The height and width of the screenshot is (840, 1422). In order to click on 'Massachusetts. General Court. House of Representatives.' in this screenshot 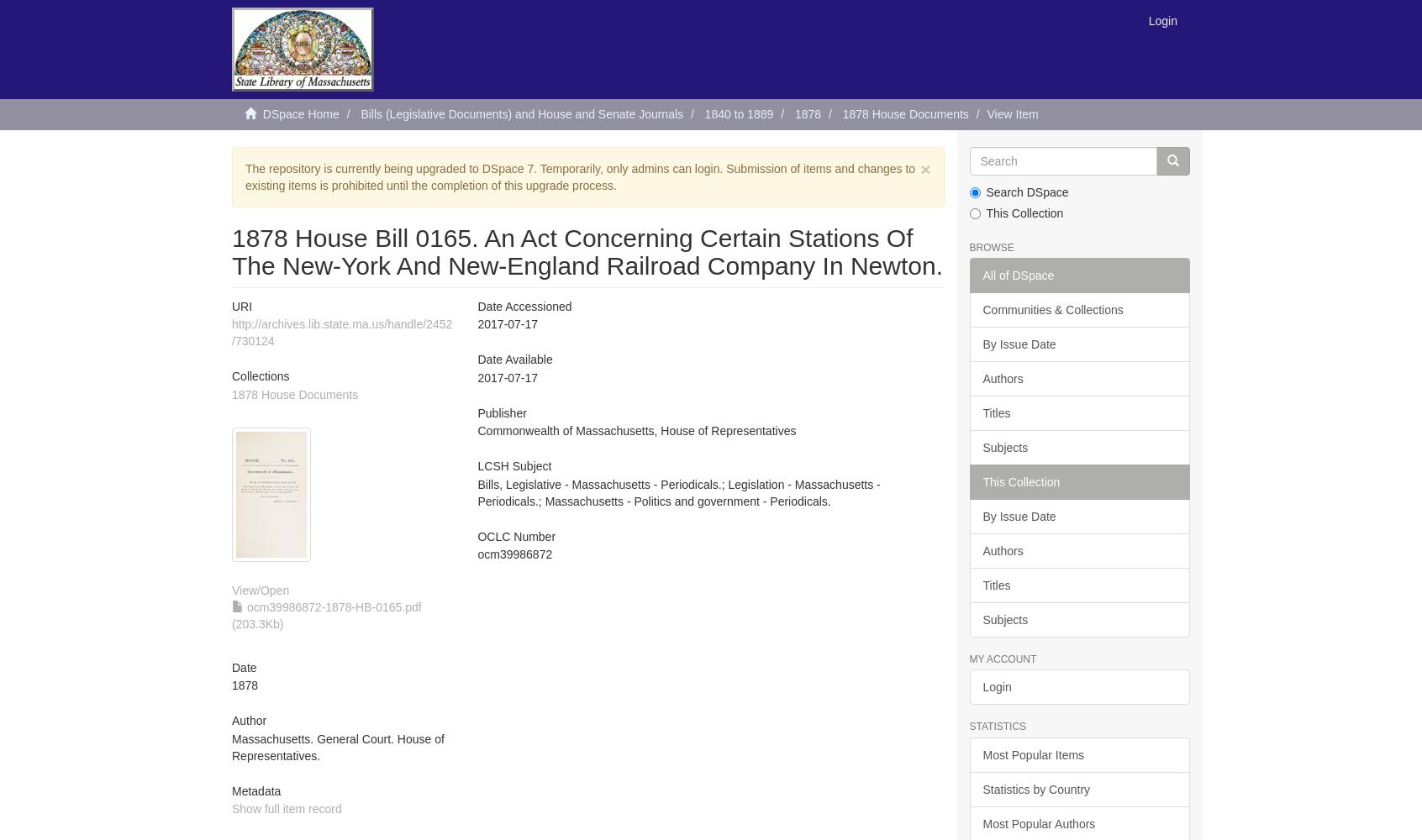, I will do `click(338, 747)`.